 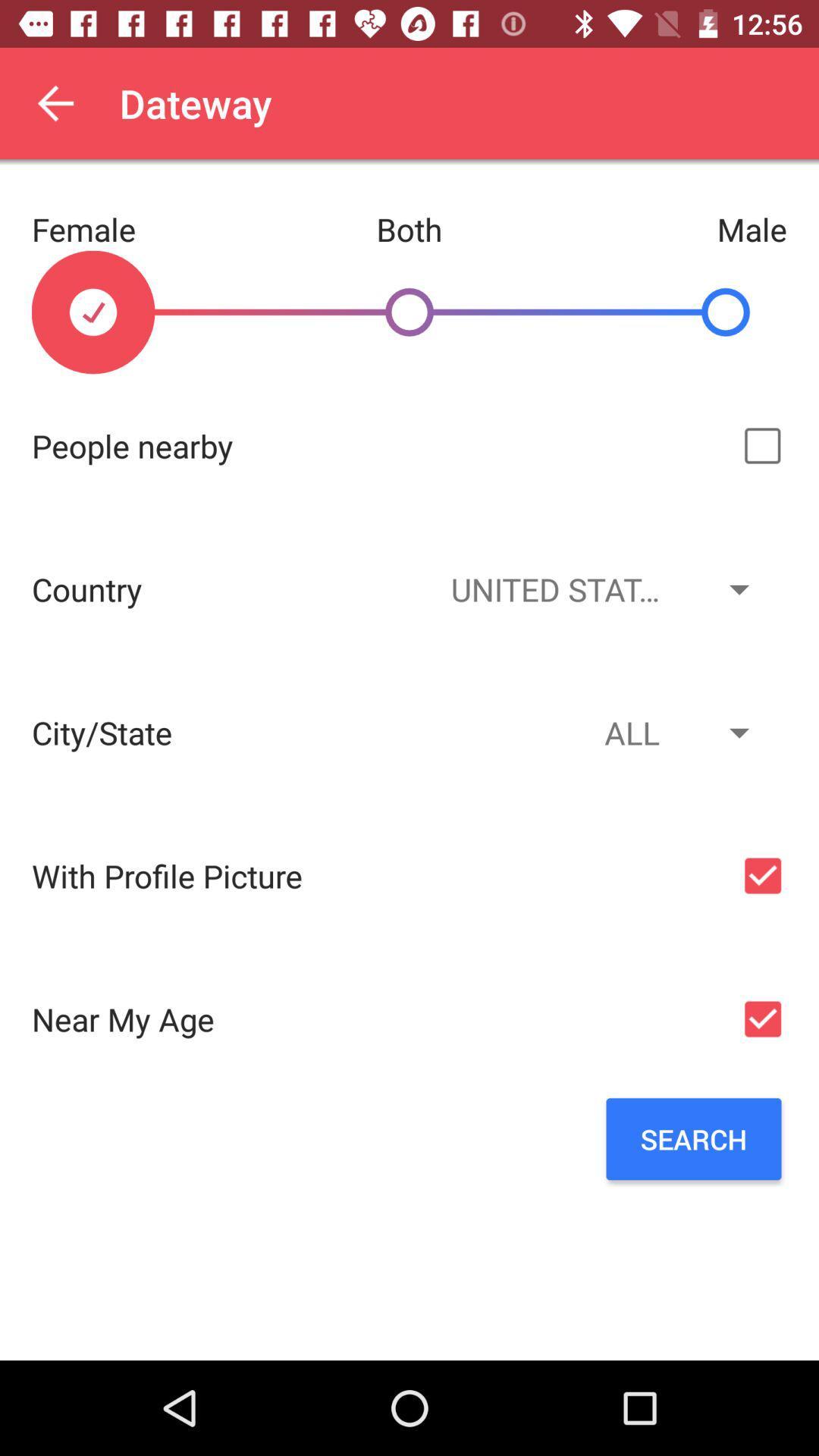 What do you see at coordinates (55, 102) in the screenshot?
I see `the item next to dateway app` at bounding box center [55, 102].